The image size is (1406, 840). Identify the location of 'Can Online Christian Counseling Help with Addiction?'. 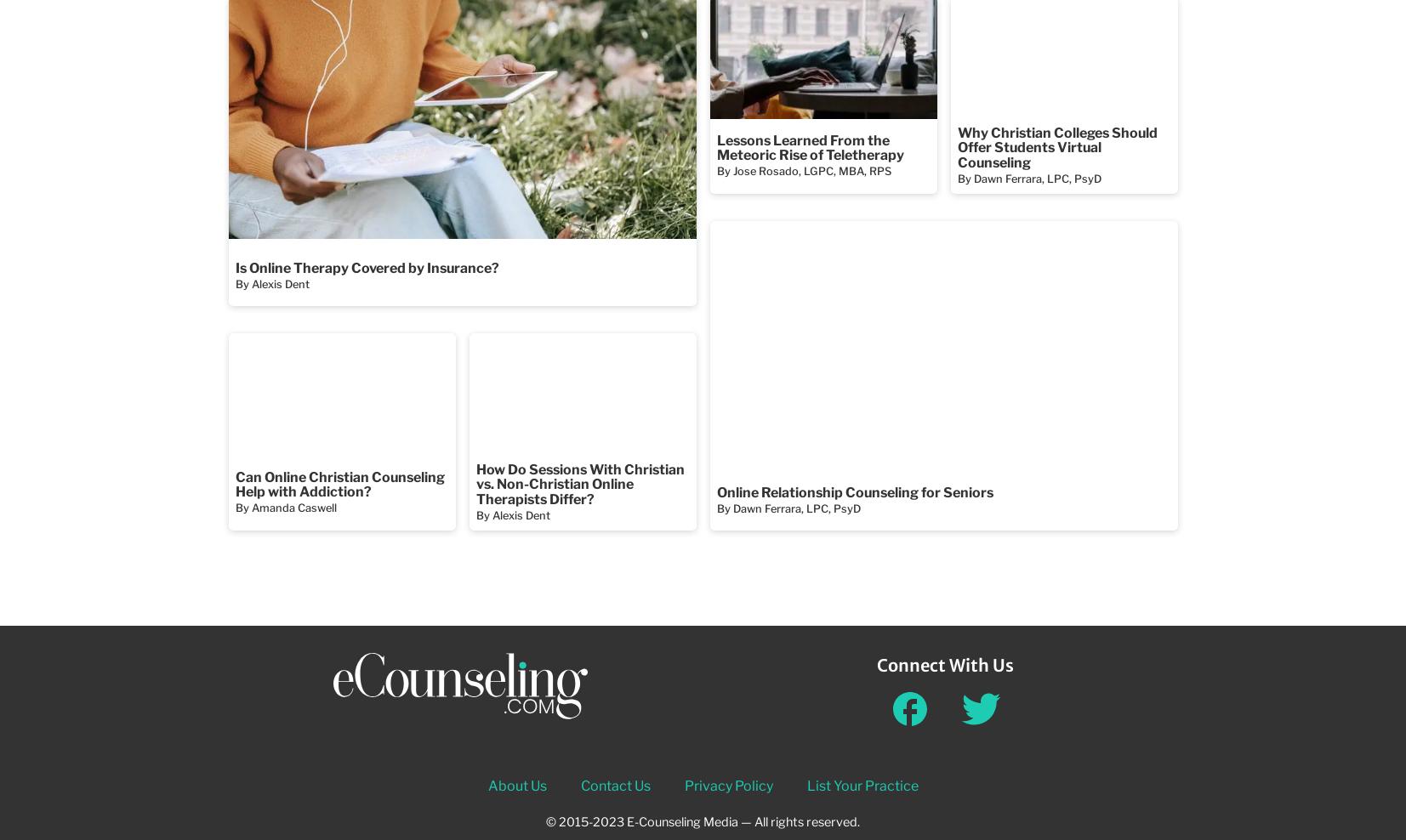
(339, 484).